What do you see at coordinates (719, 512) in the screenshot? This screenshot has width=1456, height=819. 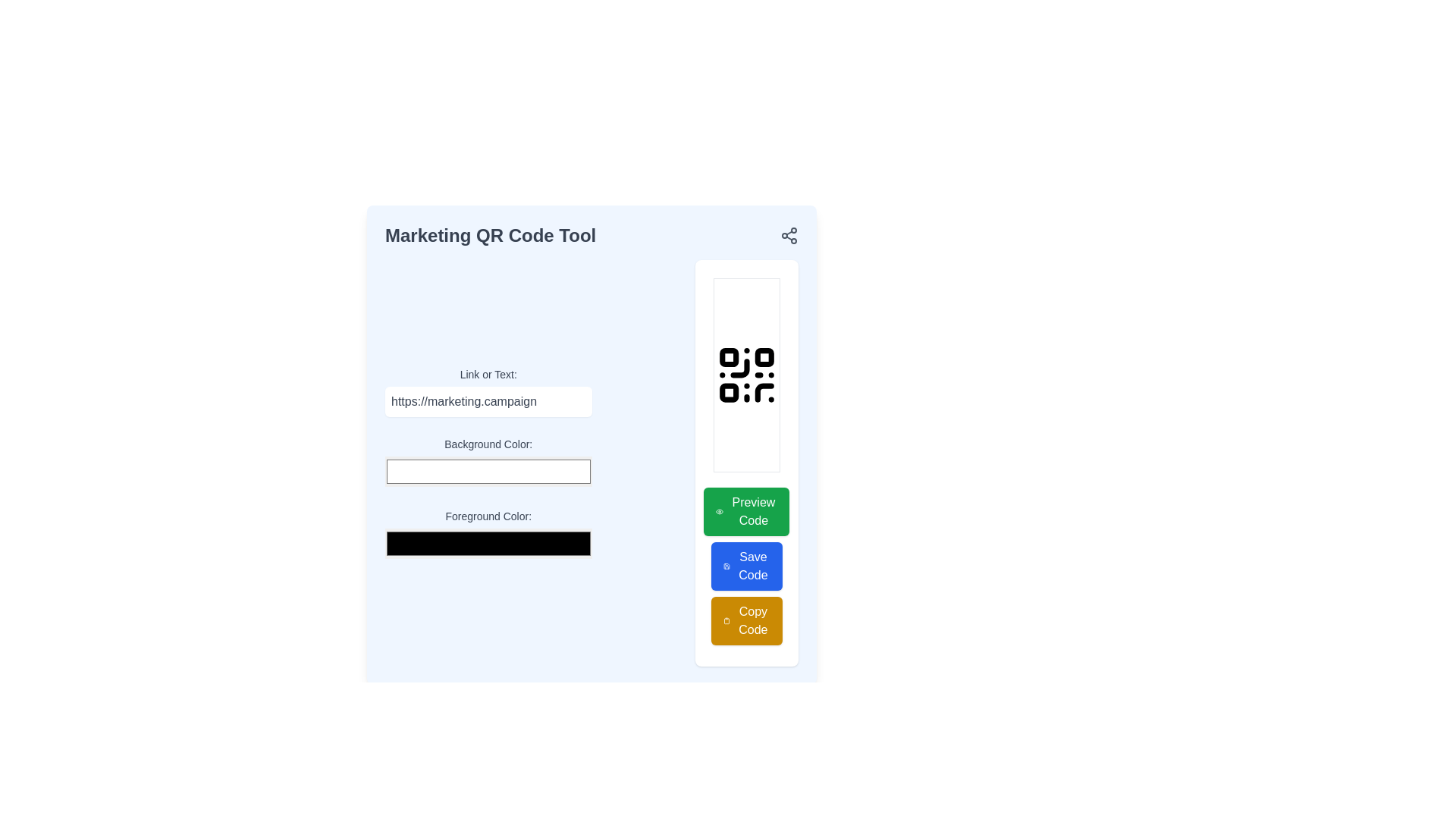 I see `the icon located inside the 'Preview Code' green button on the right side of the page, which serves as a visual cue for previewing content` at bounding box center [719, 512].